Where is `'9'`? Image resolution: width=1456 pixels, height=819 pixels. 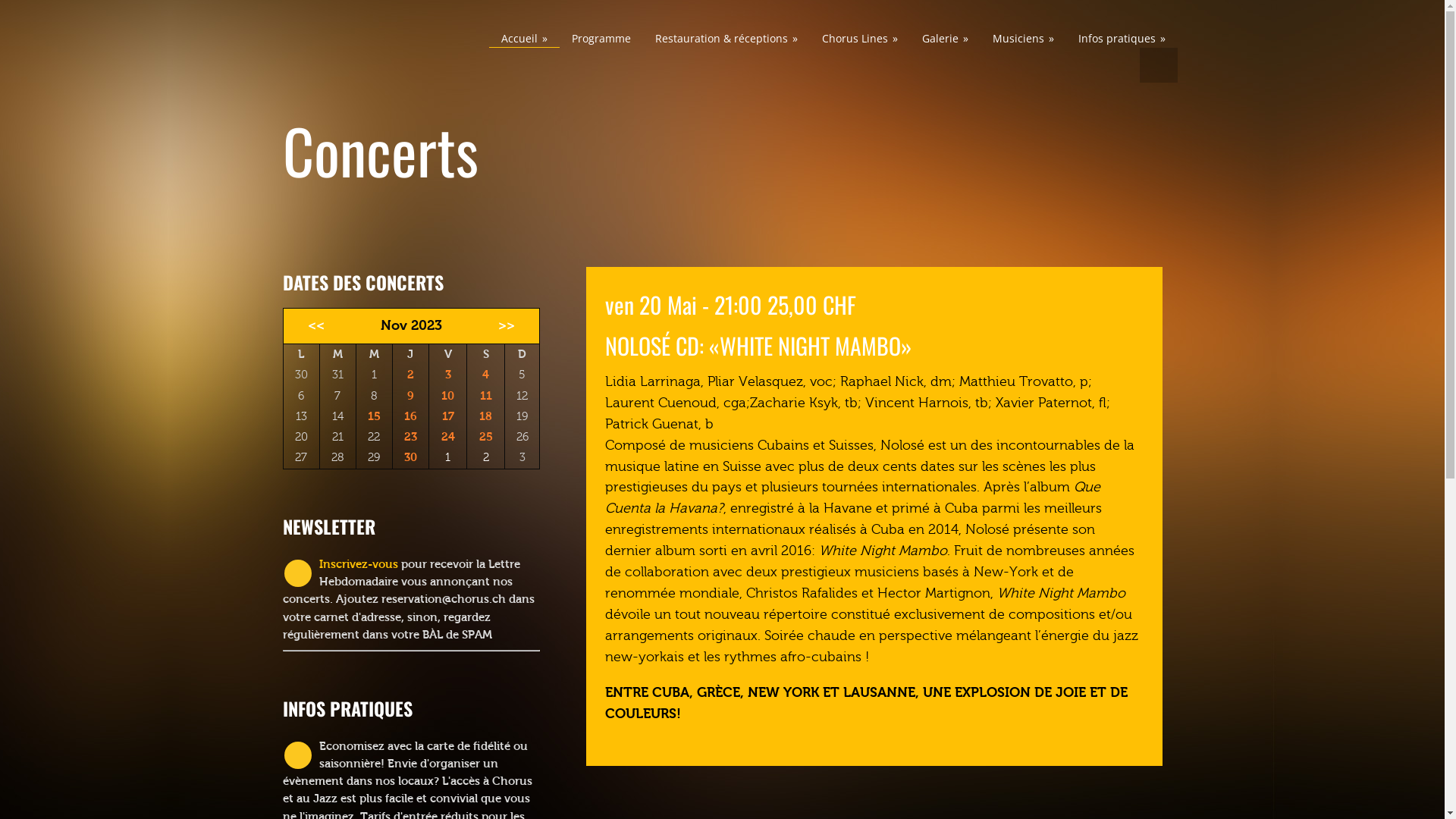 '9' is located at coordinates (407, 394).